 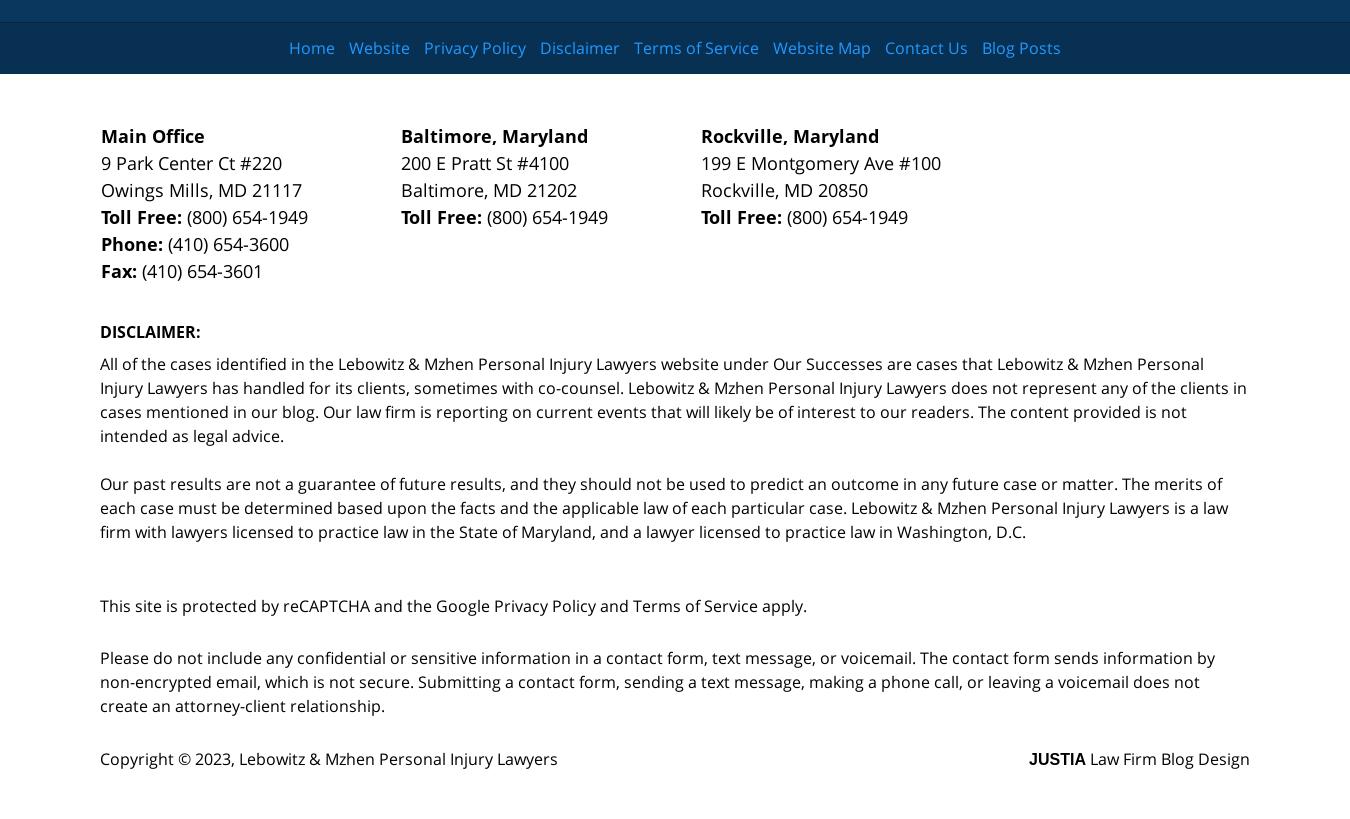 I want to click on '21117', so click(x=276, y=189).